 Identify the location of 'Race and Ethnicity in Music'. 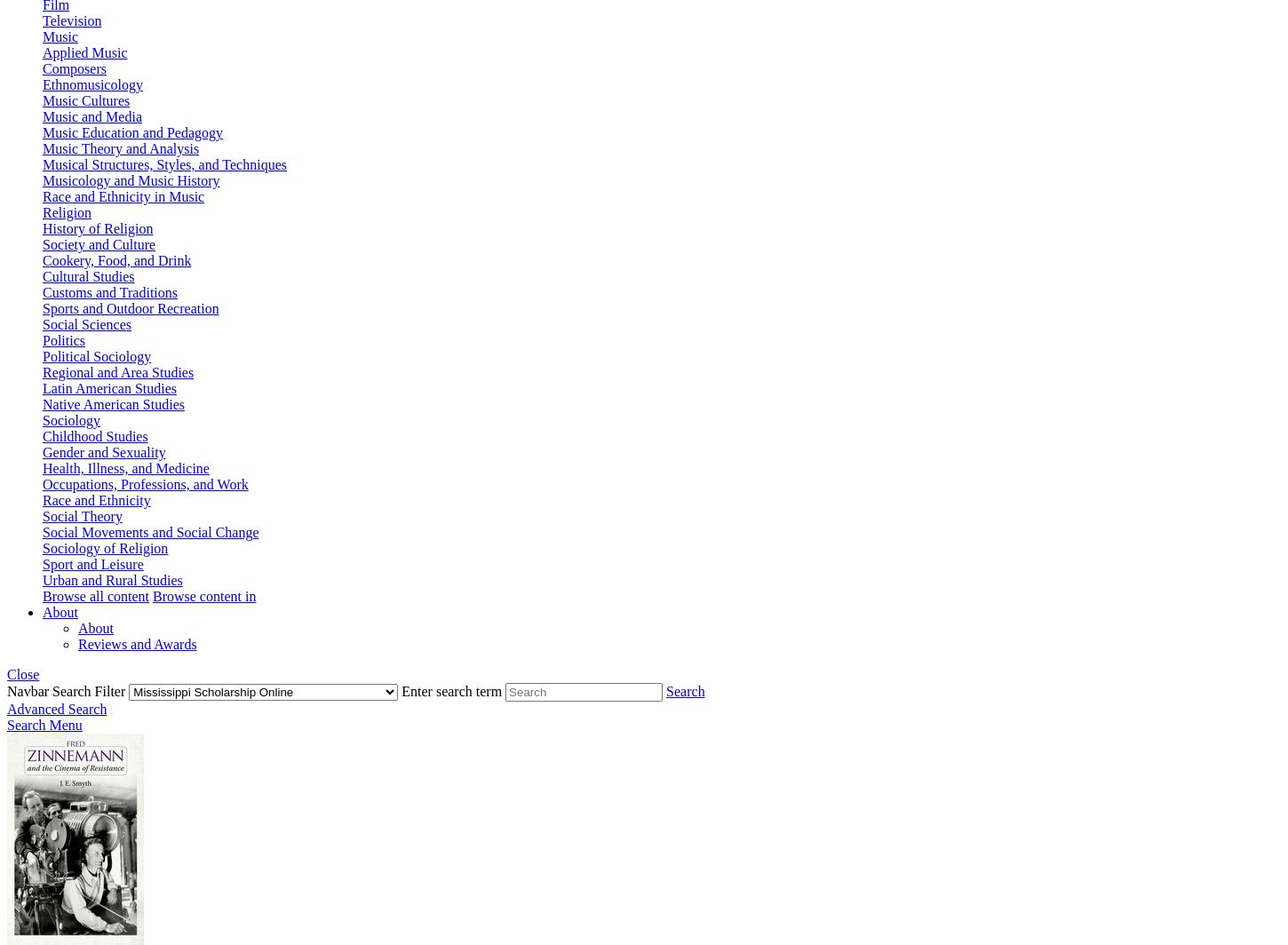
(42, 196).